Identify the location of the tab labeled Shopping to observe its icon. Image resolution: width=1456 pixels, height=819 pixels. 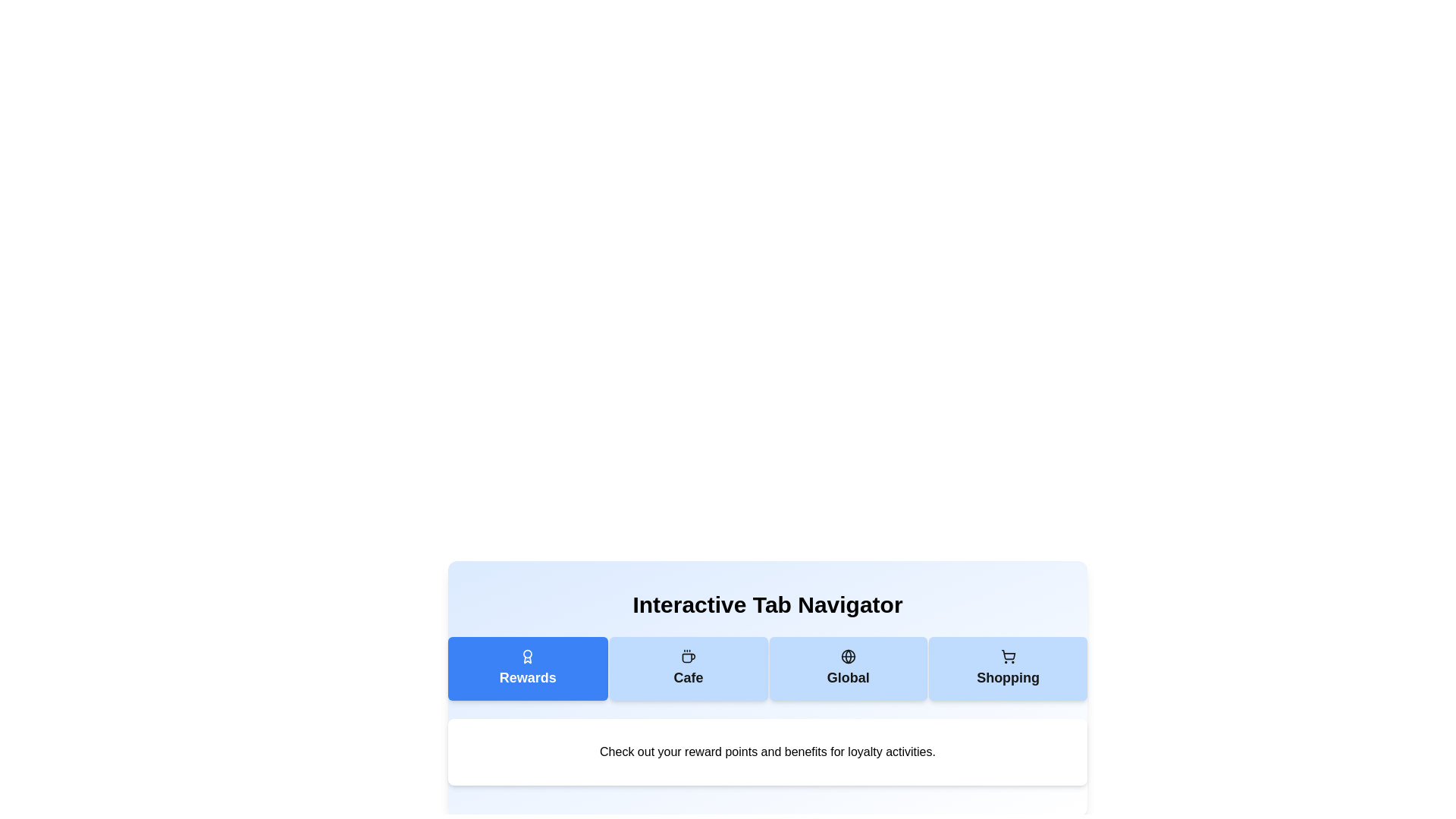
(1008, 668).